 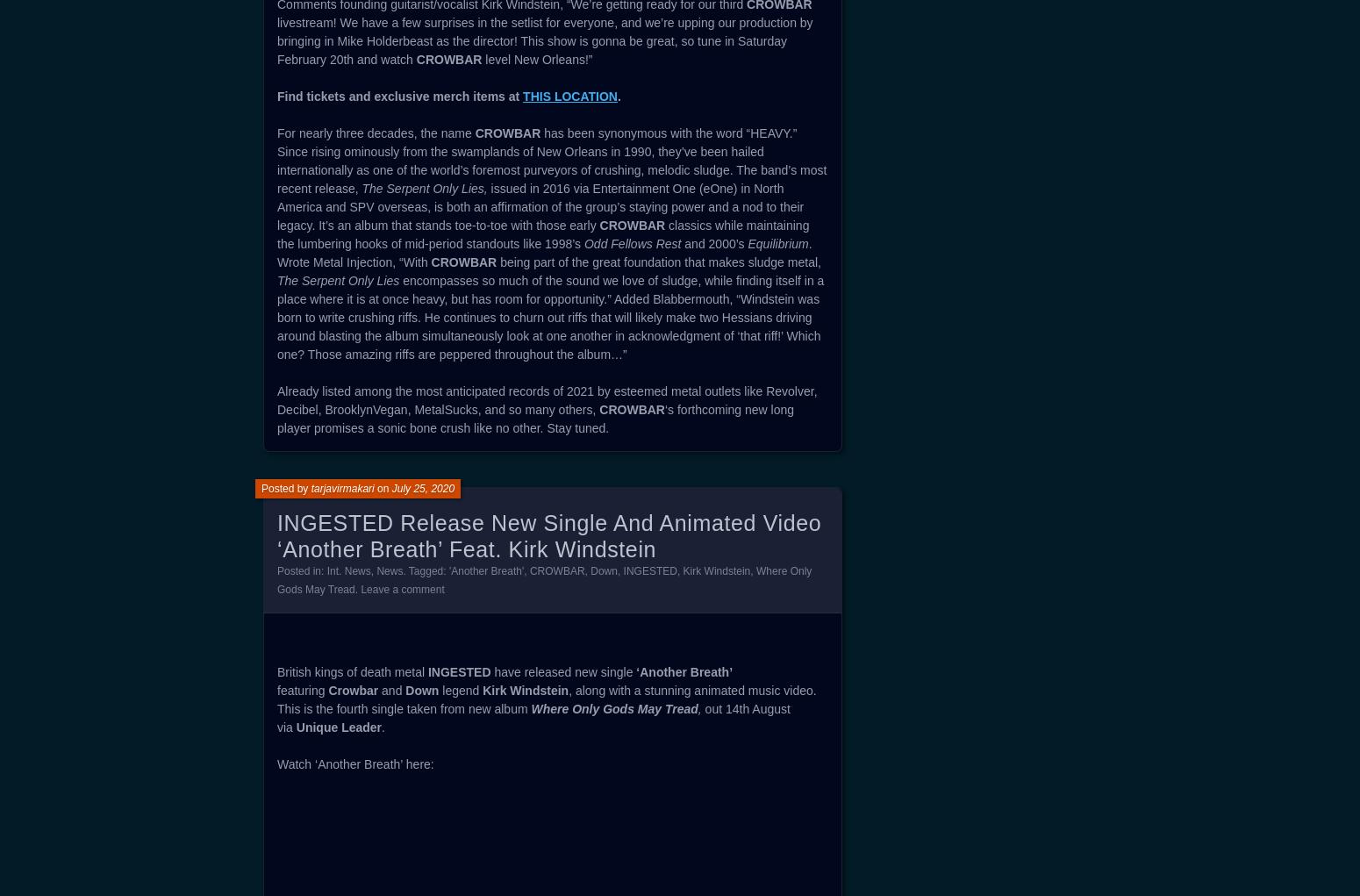 What do you see at coordinates (402, 590) in the screenshot?
I see `'Leave a comment'` at bounding box center [402, 590].